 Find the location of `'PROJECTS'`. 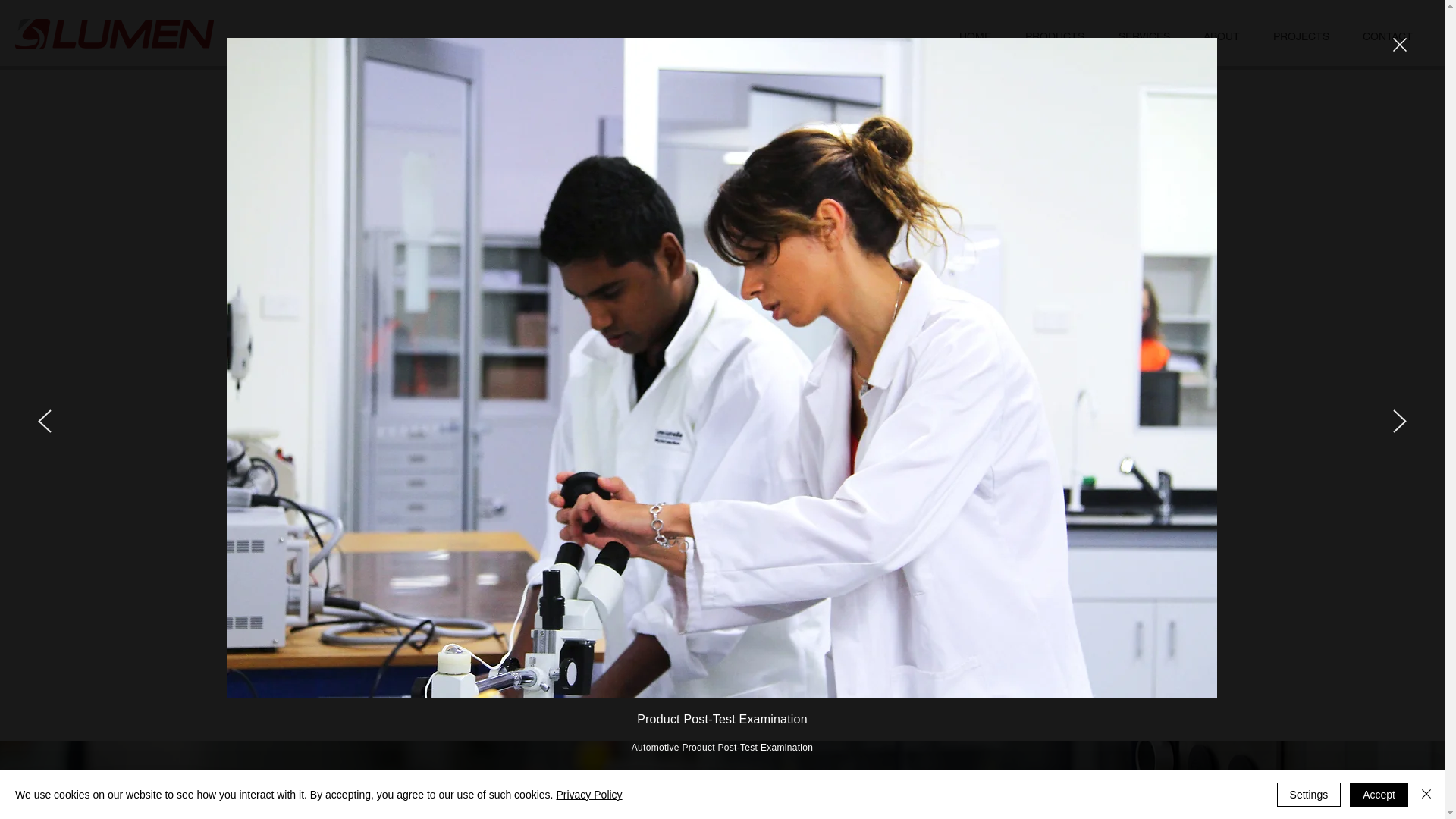

'PROJECTS' is located at coordinates (1301, 36).